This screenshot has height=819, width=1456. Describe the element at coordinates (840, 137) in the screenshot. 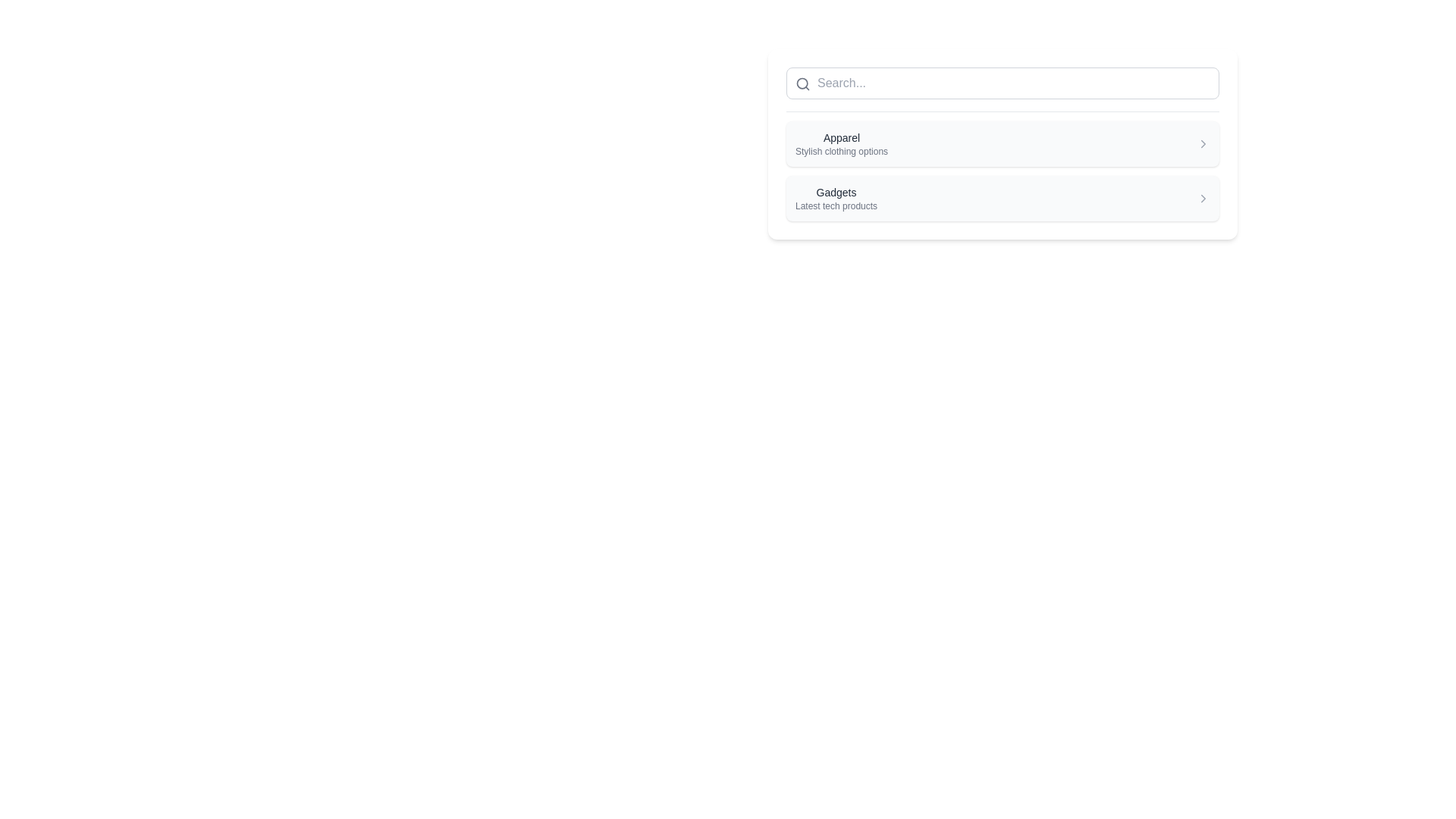

I see `the static text label that serves as a header for the menu item labeled 'Apparel', which is positioned above its sibling text 'Stylish clothing options'` at that location.